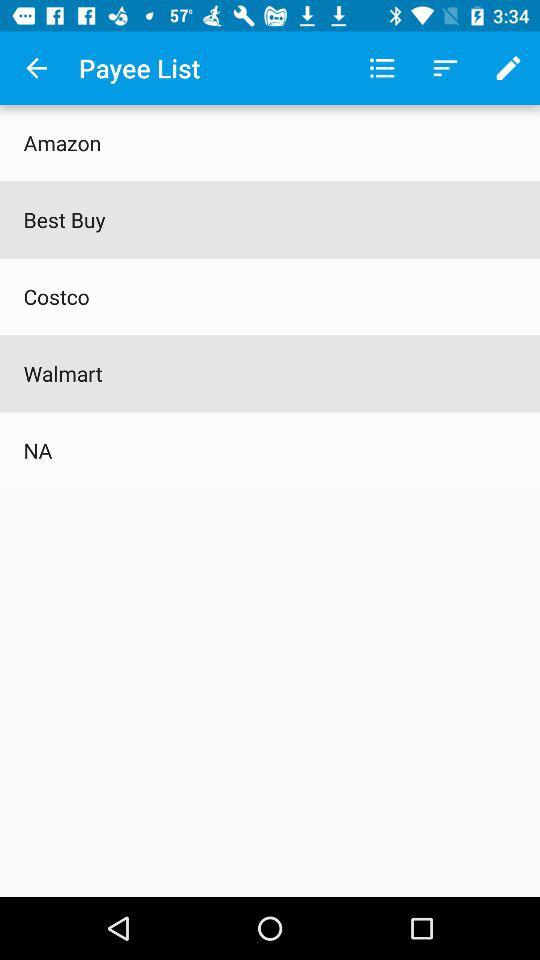  What do you see at coordinates (36, 68) in the screenshot?
I see `the app next to payee list` at bounding box center [36, 68].